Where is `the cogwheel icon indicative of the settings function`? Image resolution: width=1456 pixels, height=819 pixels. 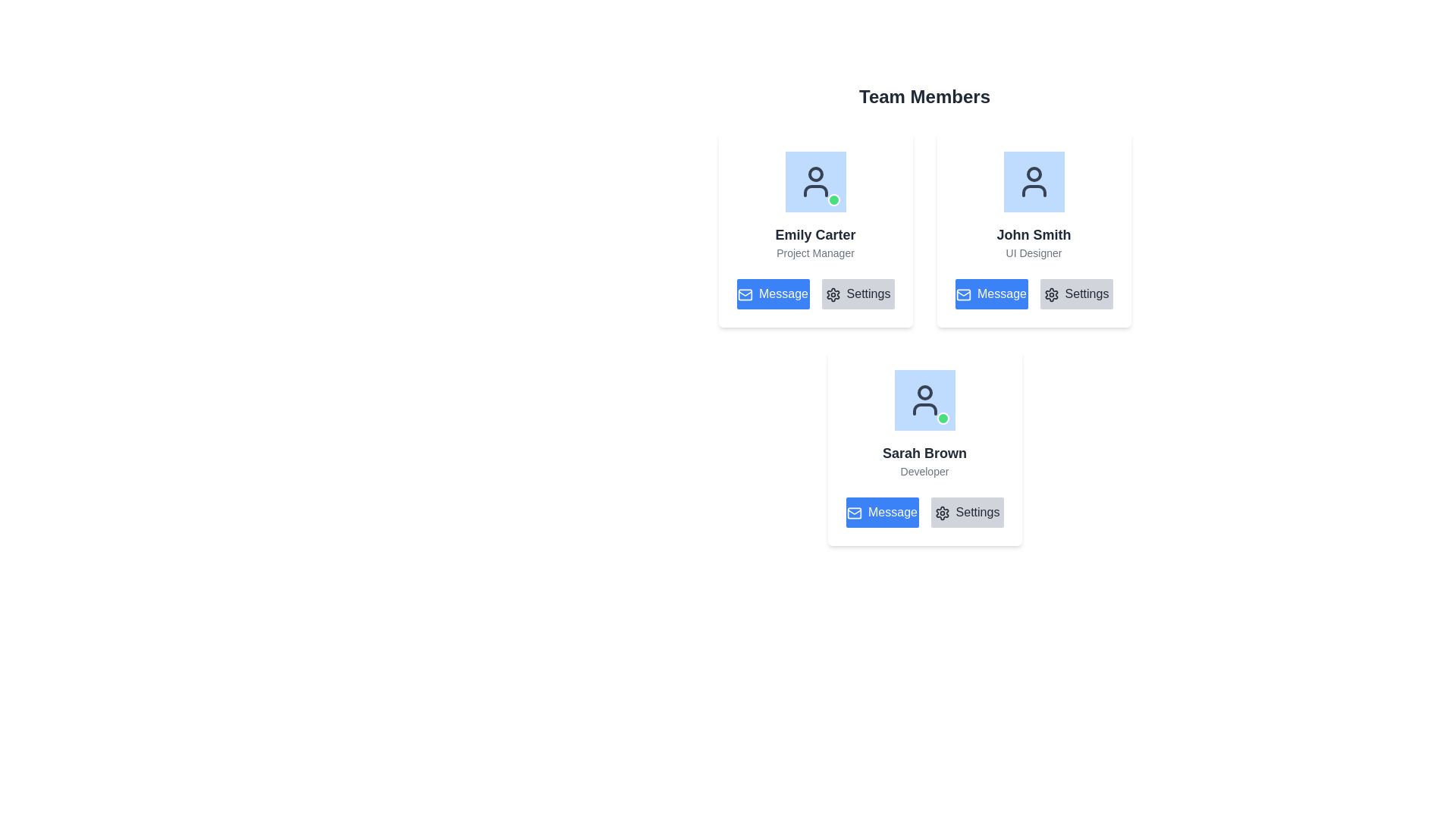 the cogwheel icon indicative of the settings function is located at coordinates (941, 512).